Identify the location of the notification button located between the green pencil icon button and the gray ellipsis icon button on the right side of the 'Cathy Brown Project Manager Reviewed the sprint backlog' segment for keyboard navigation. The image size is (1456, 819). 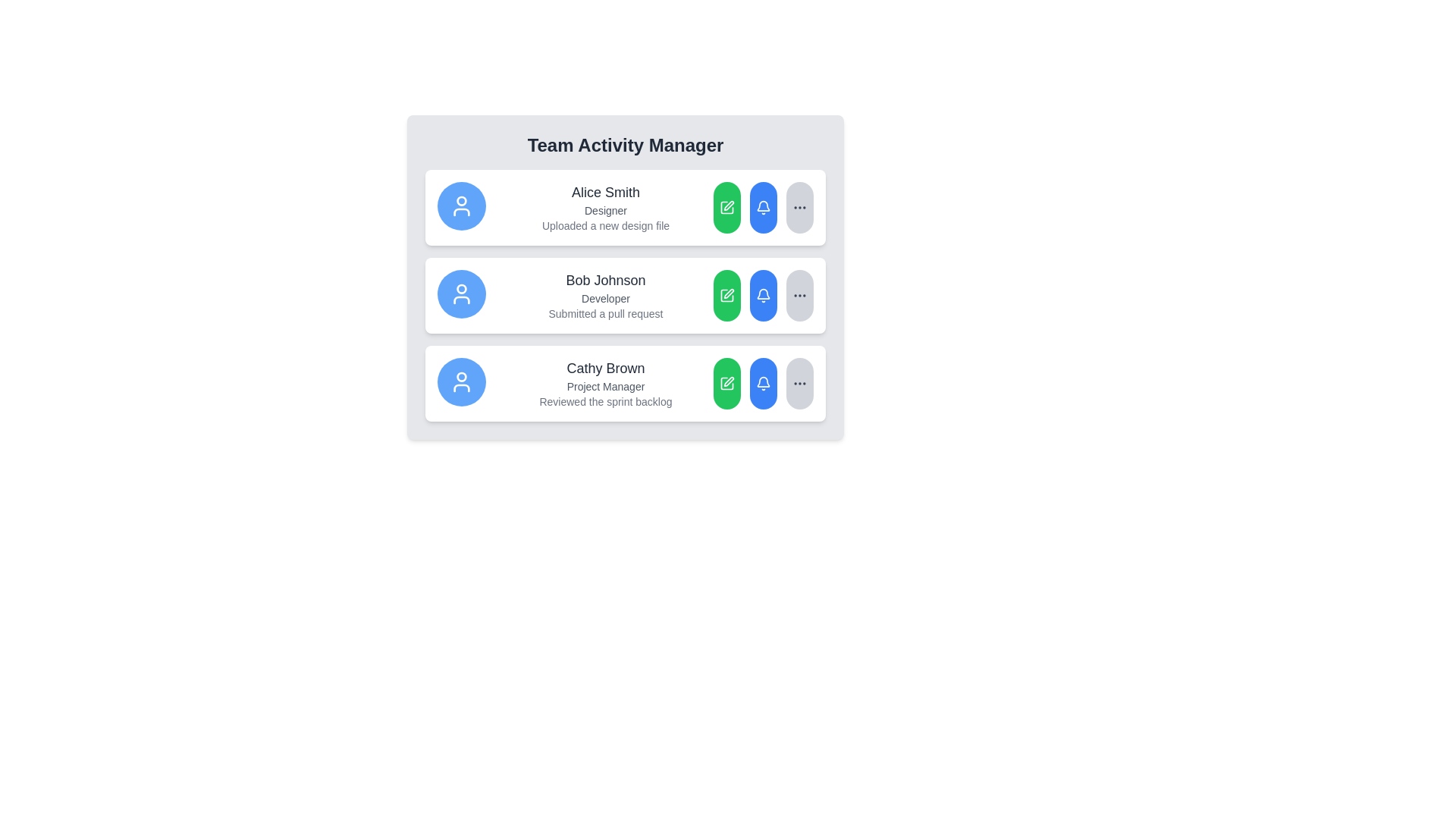
(764, 382).